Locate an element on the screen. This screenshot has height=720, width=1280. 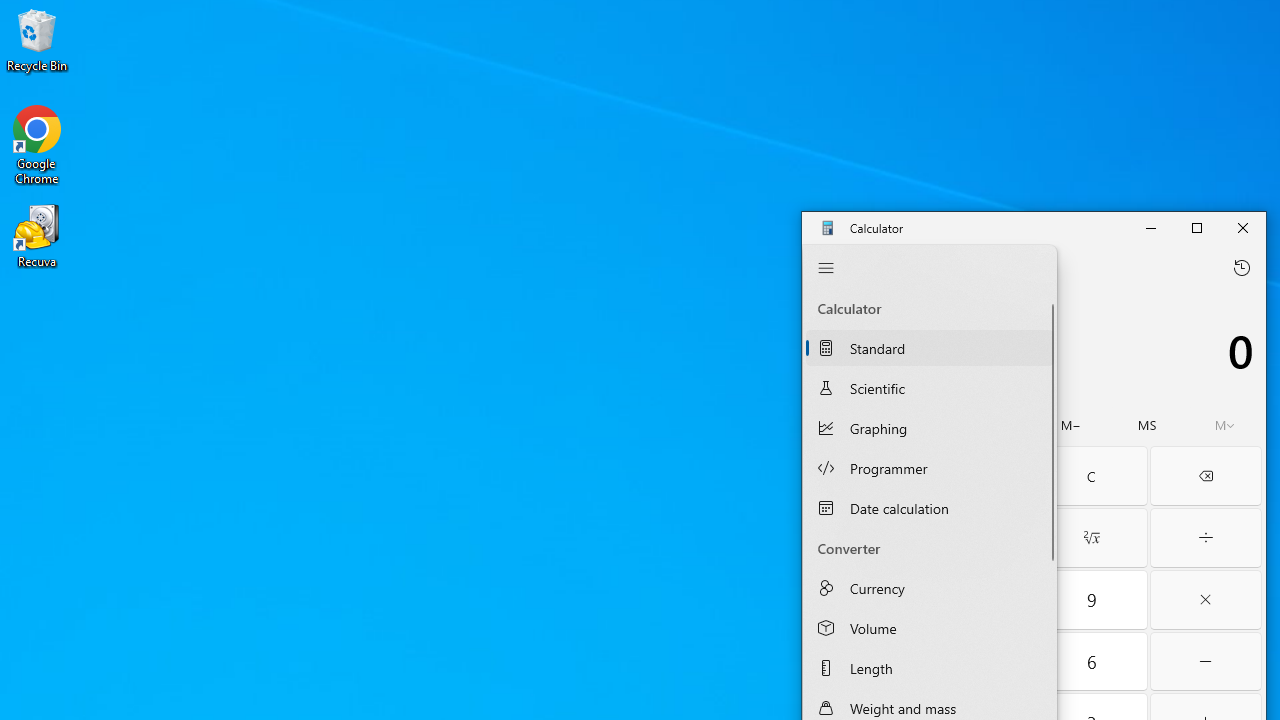
'Currency Converter' is located at coordinates (928, 587).